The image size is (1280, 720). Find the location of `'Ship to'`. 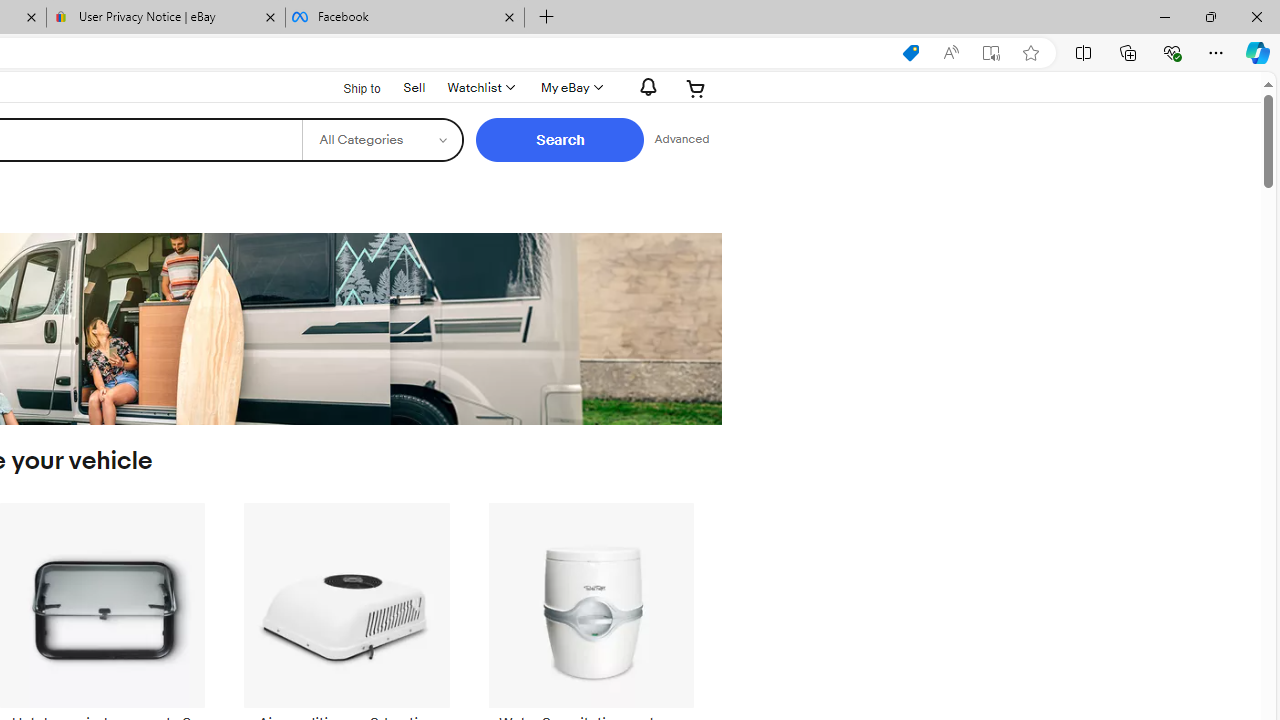

'Ship to' is located at coordinates (349, 88).